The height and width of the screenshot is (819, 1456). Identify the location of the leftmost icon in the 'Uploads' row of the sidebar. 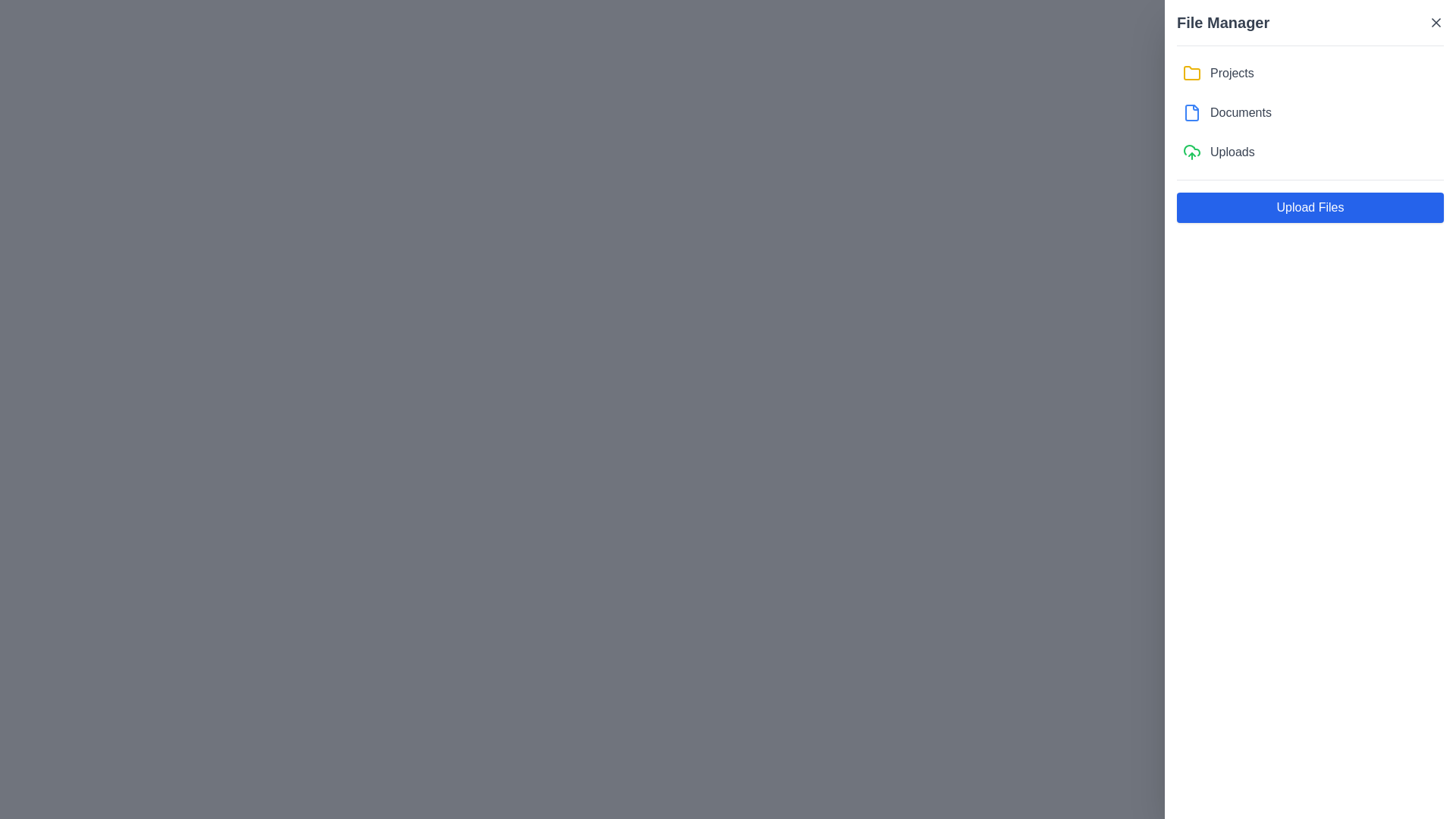
(1191, 152).